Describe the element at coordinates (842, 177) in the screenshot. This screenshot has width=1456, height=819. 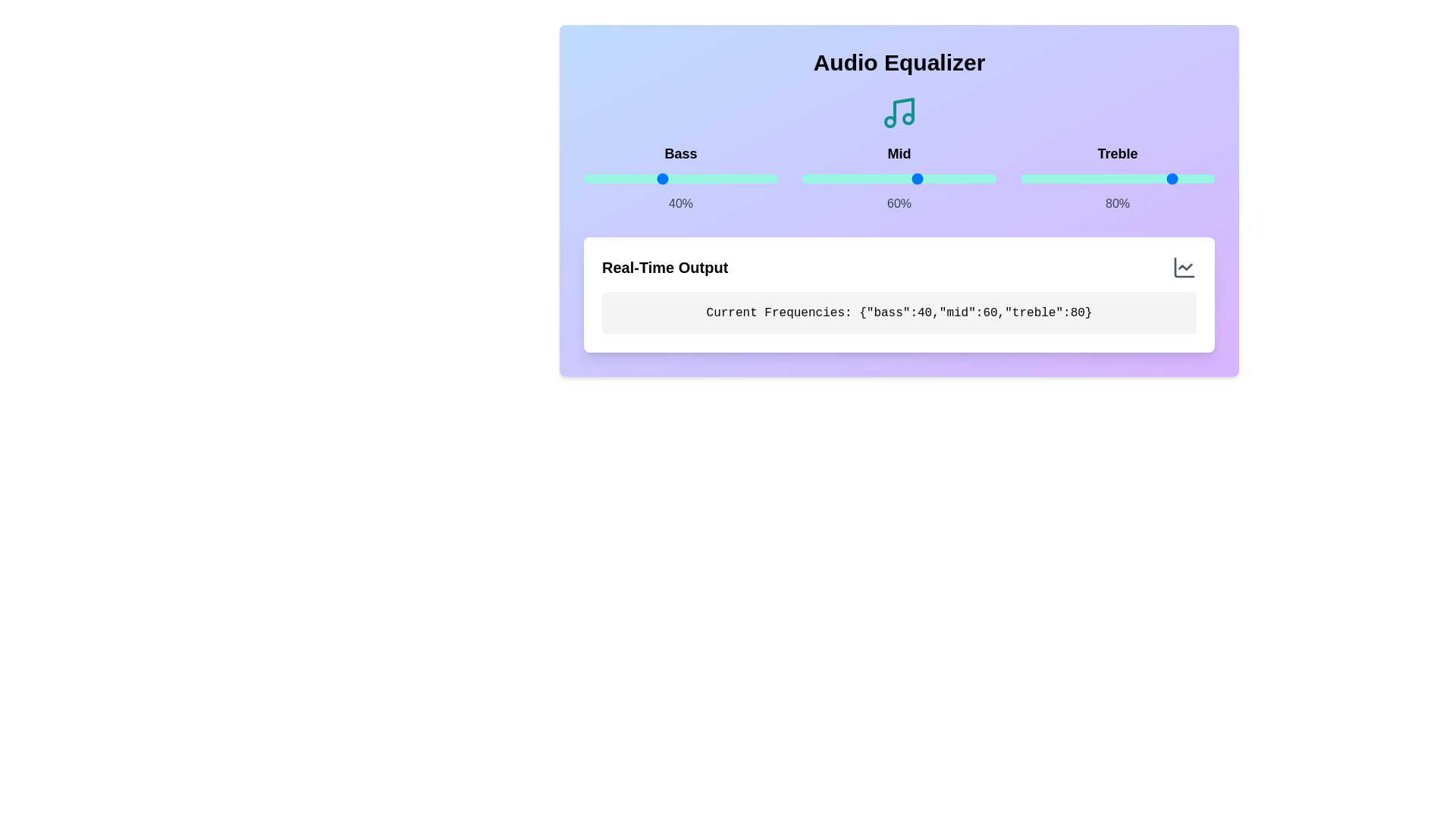
I see `the 'Mid' frequency level` at that location.